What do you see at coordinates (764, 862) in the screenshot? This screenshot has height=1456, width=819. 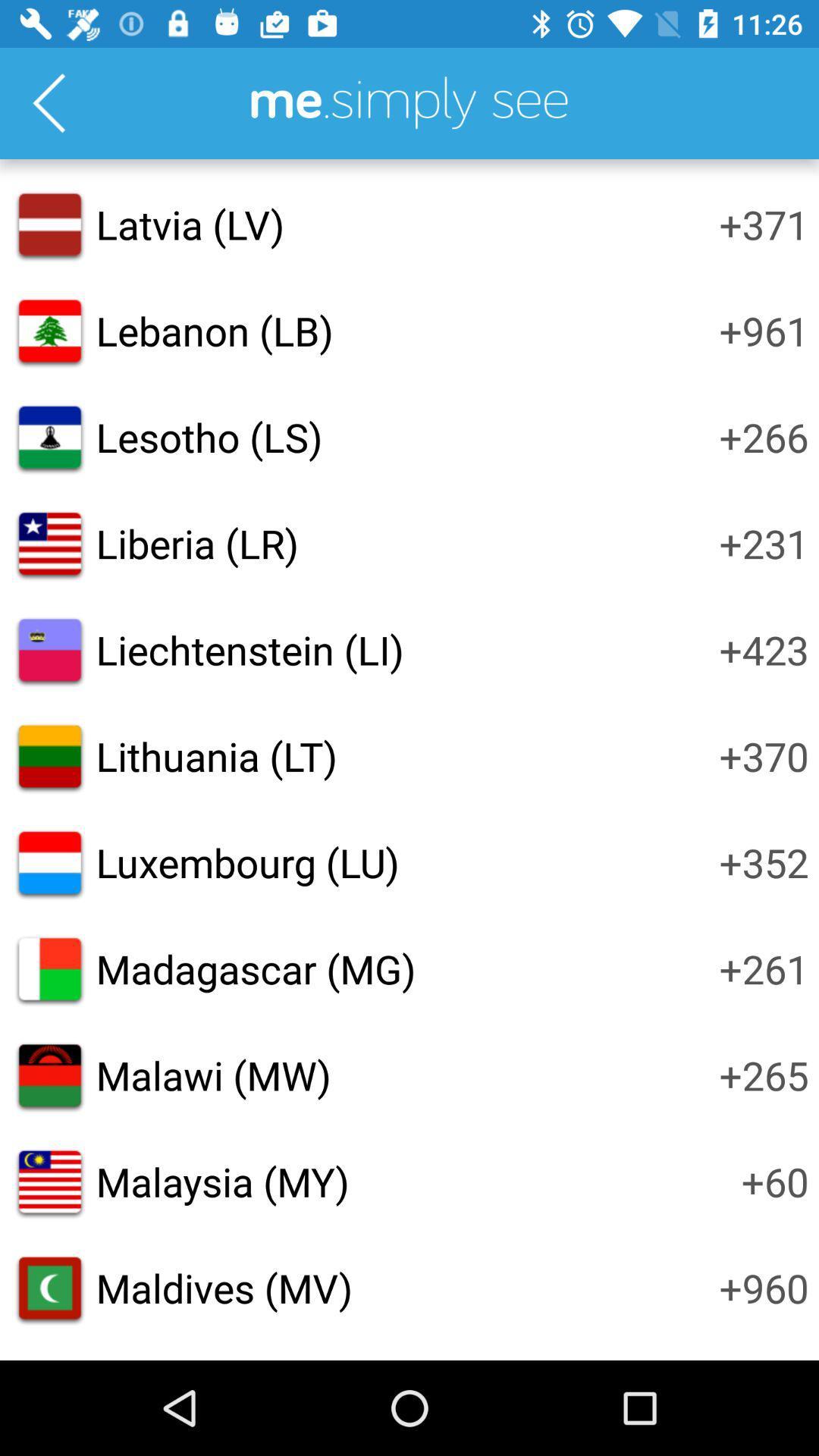 I see `the item to the right of the luxembourg (lu)` at bounding box center [764, 862].